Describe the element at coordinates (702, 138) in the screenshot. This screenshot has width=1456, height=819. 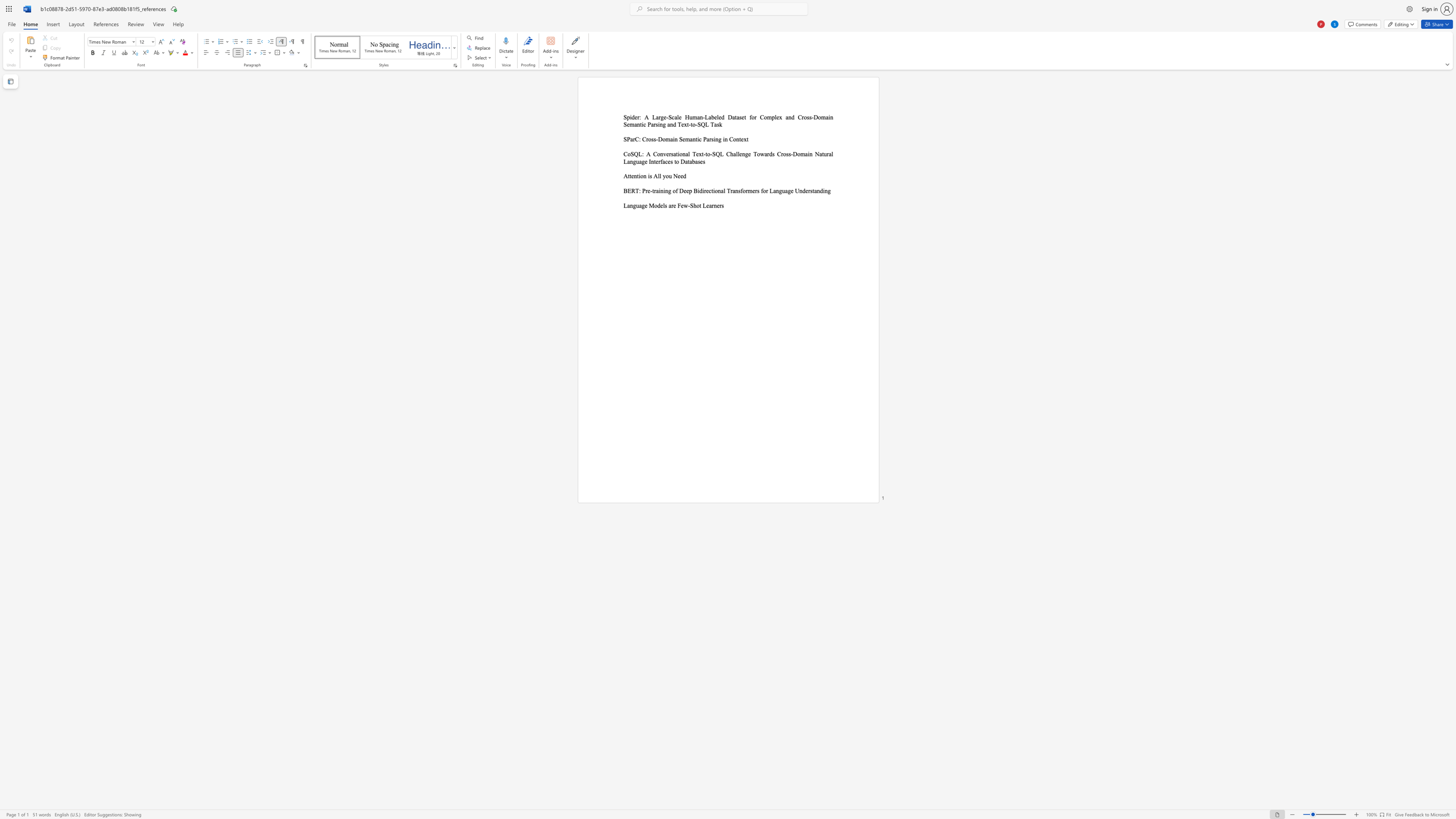
I see `the subset text "Pars" within the text "SParC: Cross-Domain Semantic Parsing in Context"` at that location.